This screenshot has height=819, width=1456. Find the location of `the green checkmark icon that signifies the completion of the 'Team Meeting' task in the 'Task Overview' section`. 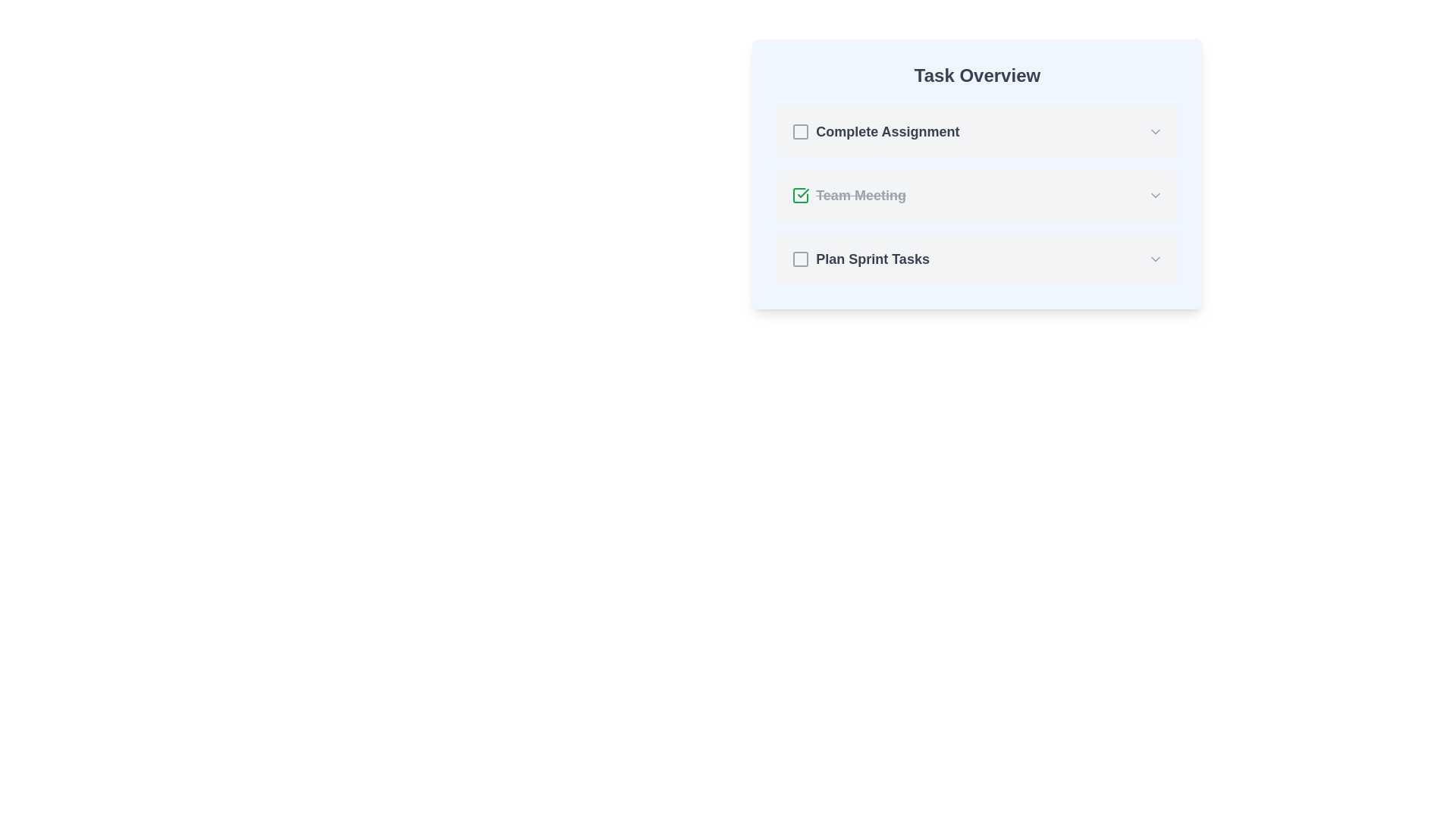

the green checkmark icon that signifies the completion of the 'Team Meeting' task in the 'Task Overview' section is located at coordinates (802, 192).